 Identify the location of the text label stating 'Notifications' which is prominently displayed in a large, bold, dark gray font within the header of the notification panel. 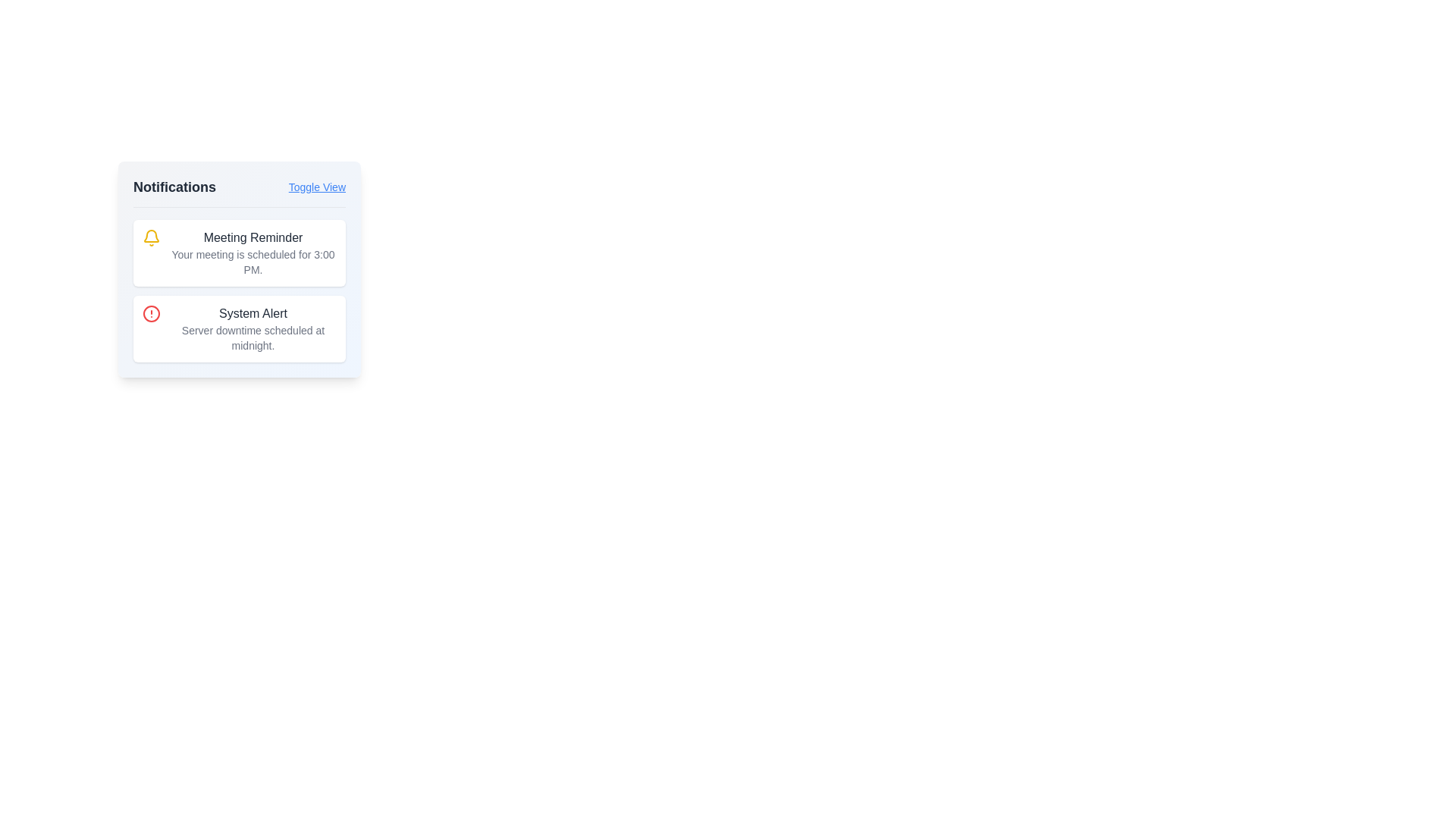
(174, 186).